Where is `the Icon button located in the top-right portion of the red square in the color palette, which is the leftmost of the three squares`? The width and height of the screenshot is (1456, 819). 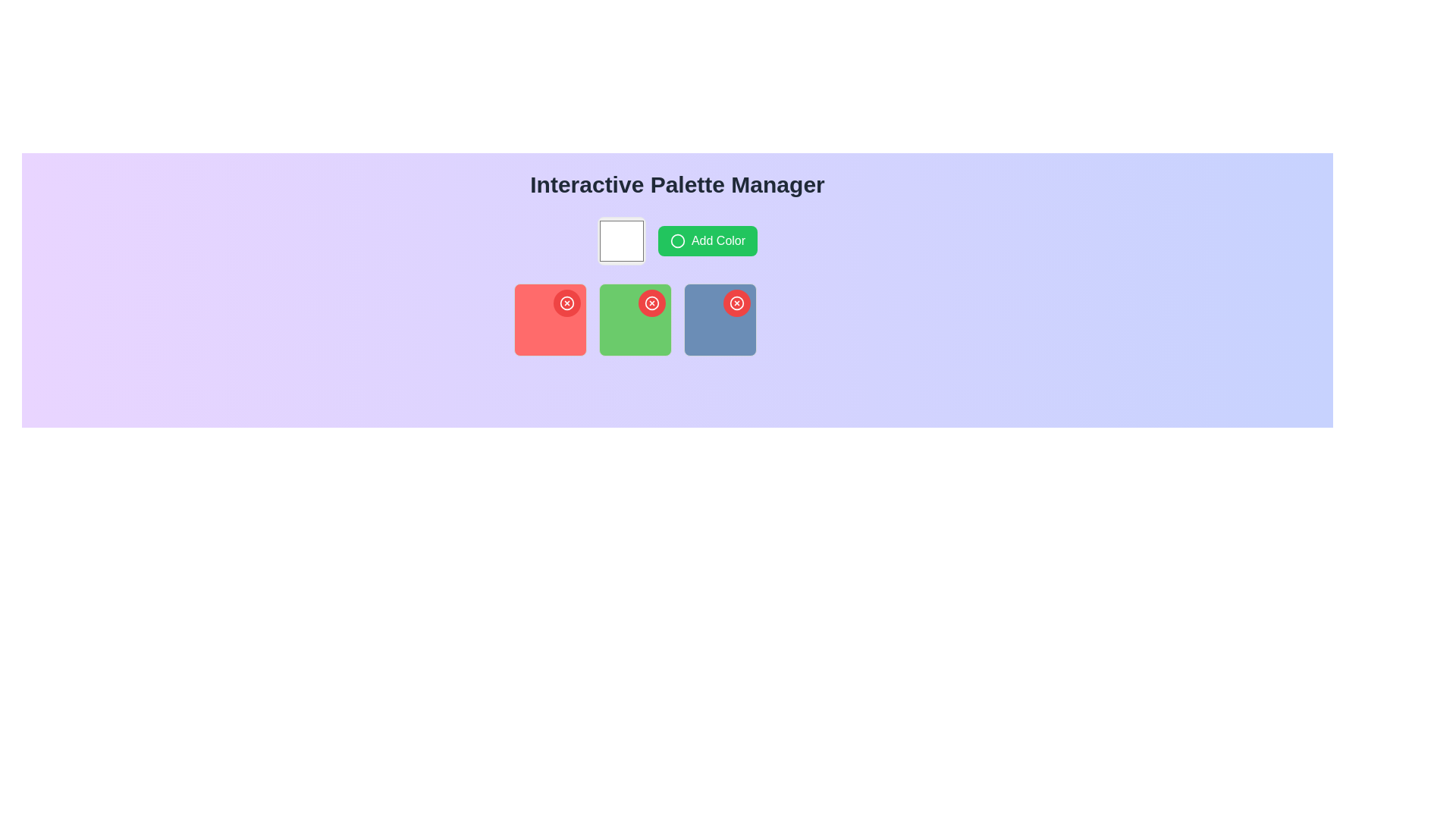 the Icon button located in the top-right portion of the red square in the color palette, which is the leftmost of the three squares is located at coordinates (566, 303).